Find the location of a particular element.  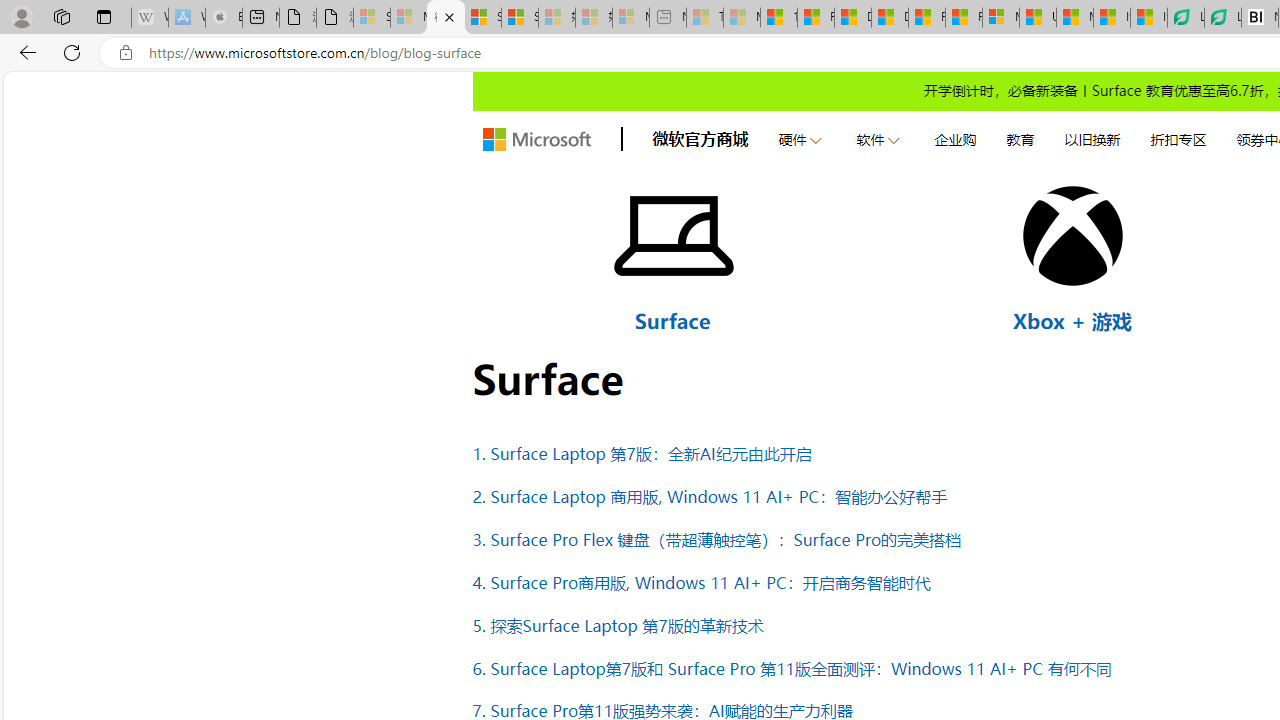

'Microsoft' is located at coordinates (536, 139).